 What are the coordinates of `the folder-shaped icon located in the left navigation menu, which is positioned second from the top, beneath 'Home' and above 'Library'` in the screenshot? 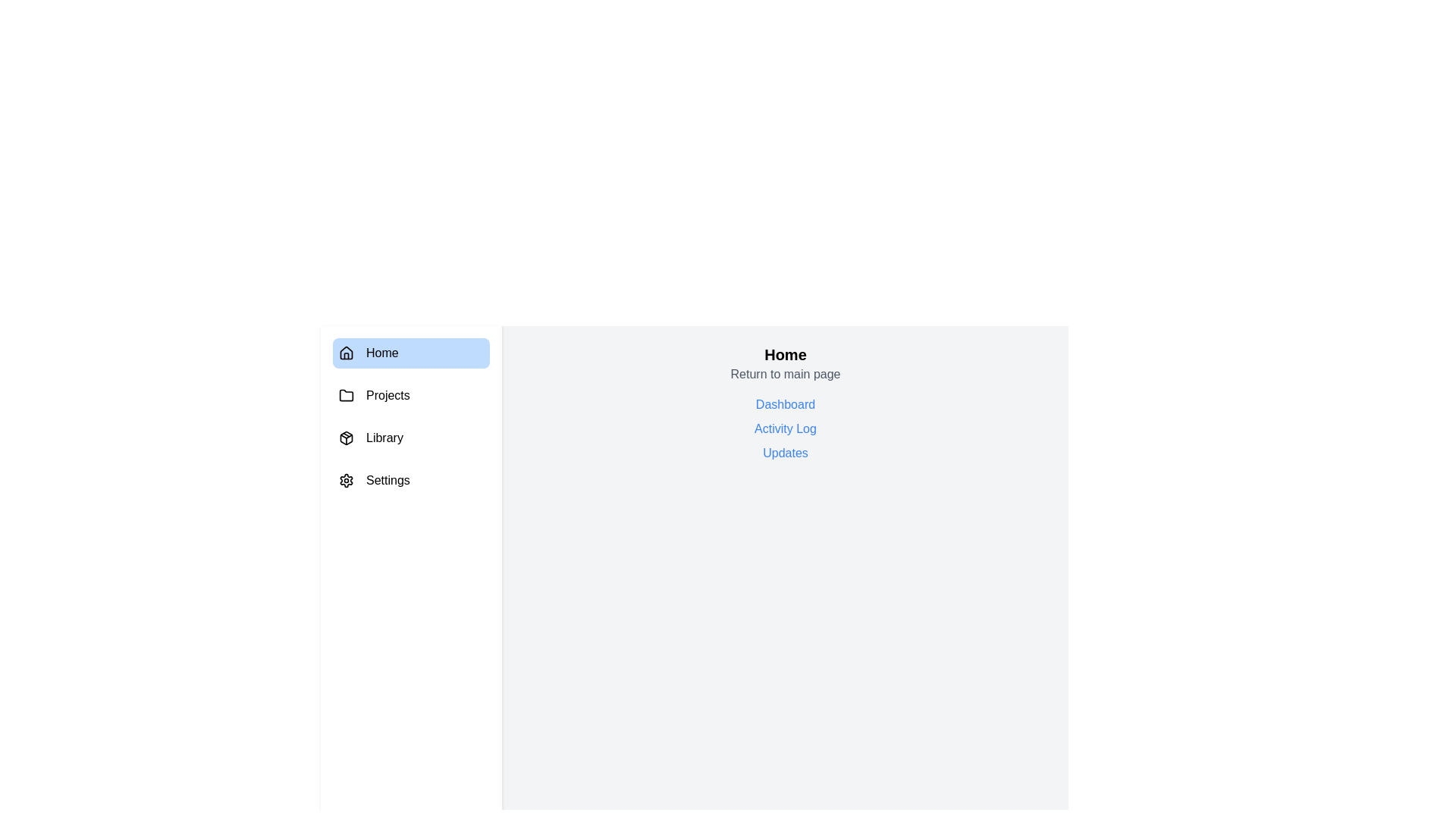 It's located at (345, 394).